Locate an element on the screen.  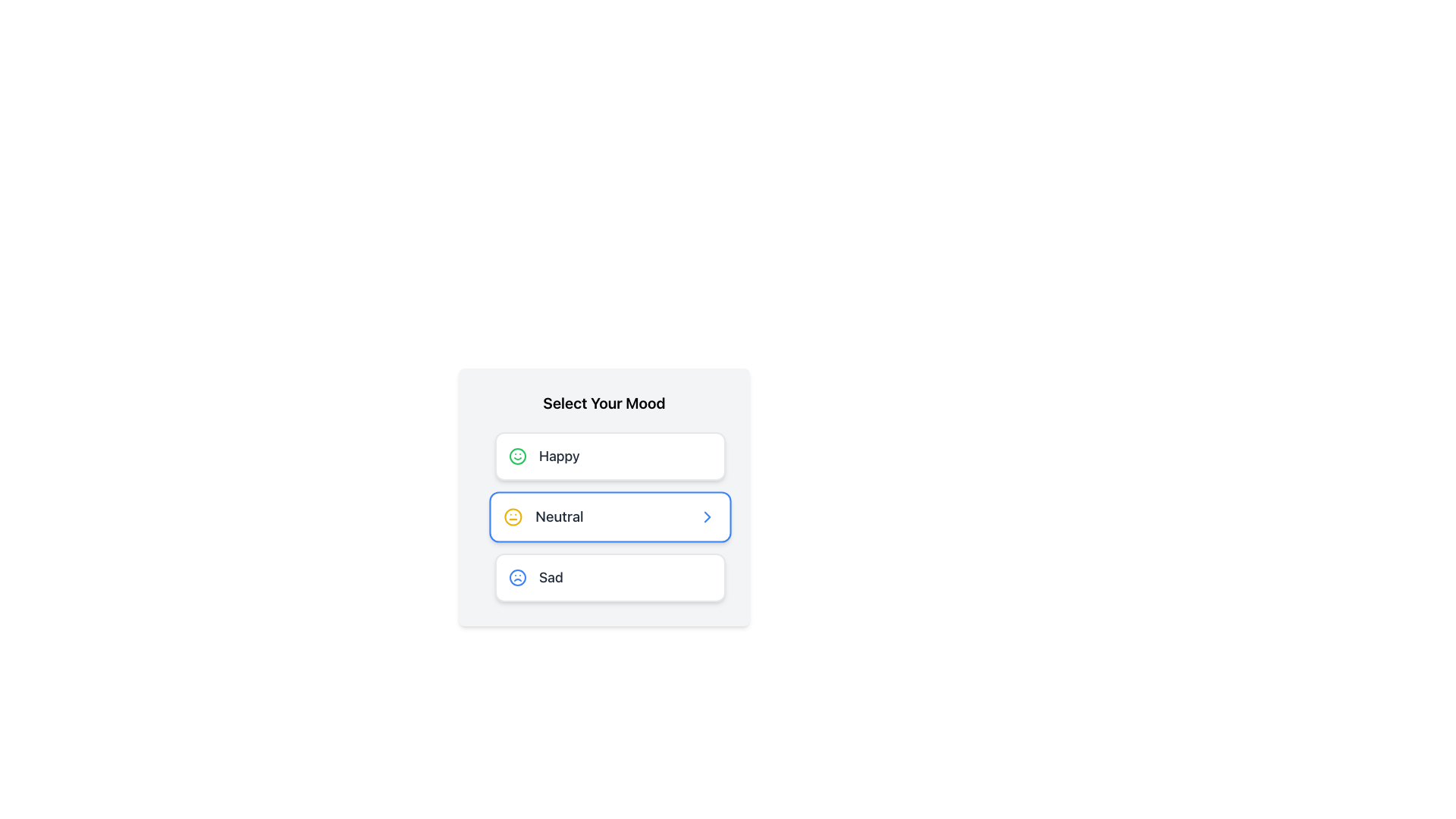
the 'Neutral' button is located at coordinates (610, 516).